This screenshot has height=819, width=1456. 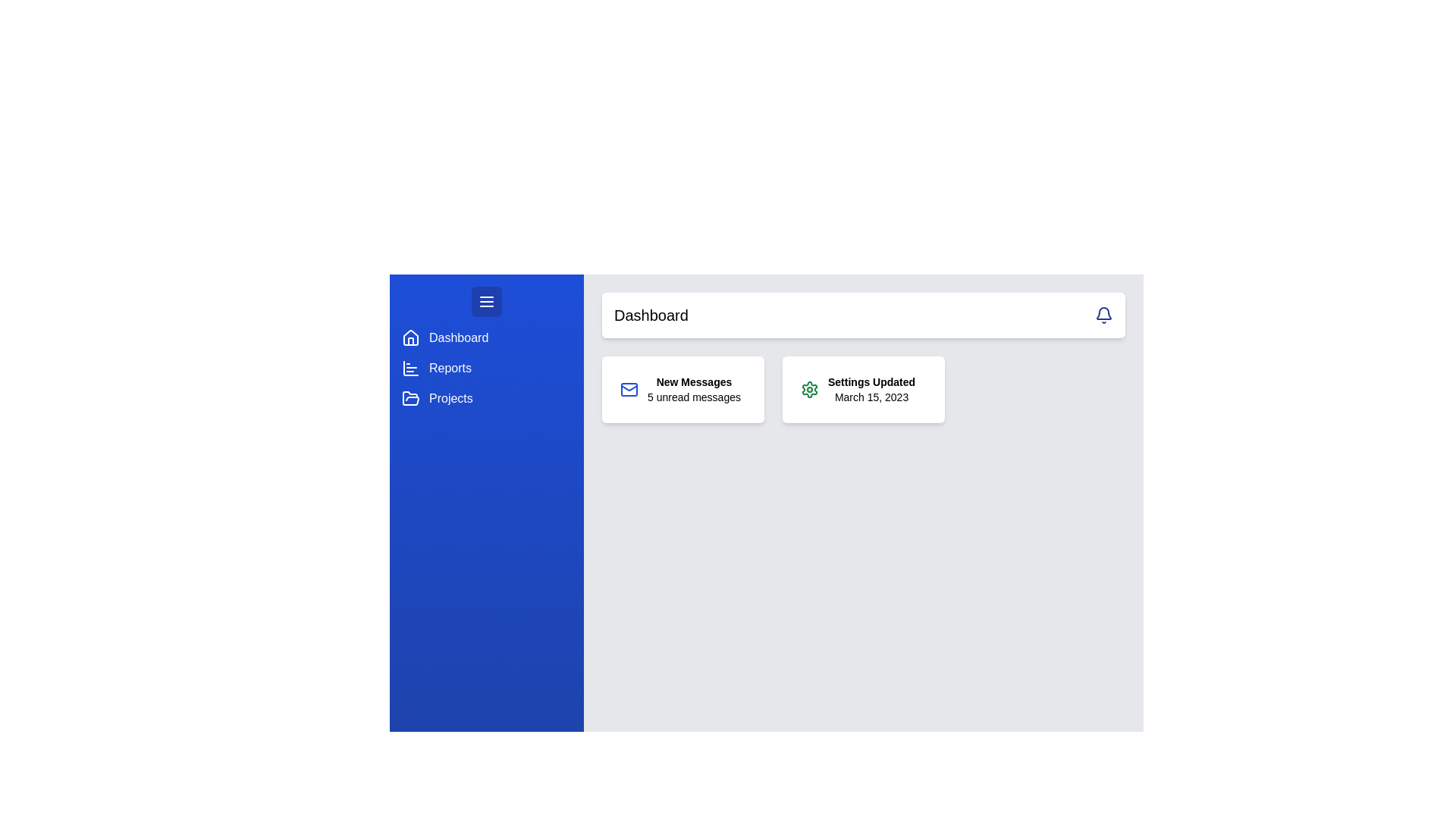 I want to click on the first text label in the vertical navigation menu located beneath the house-shaped icon, so click(x=458, y=337).